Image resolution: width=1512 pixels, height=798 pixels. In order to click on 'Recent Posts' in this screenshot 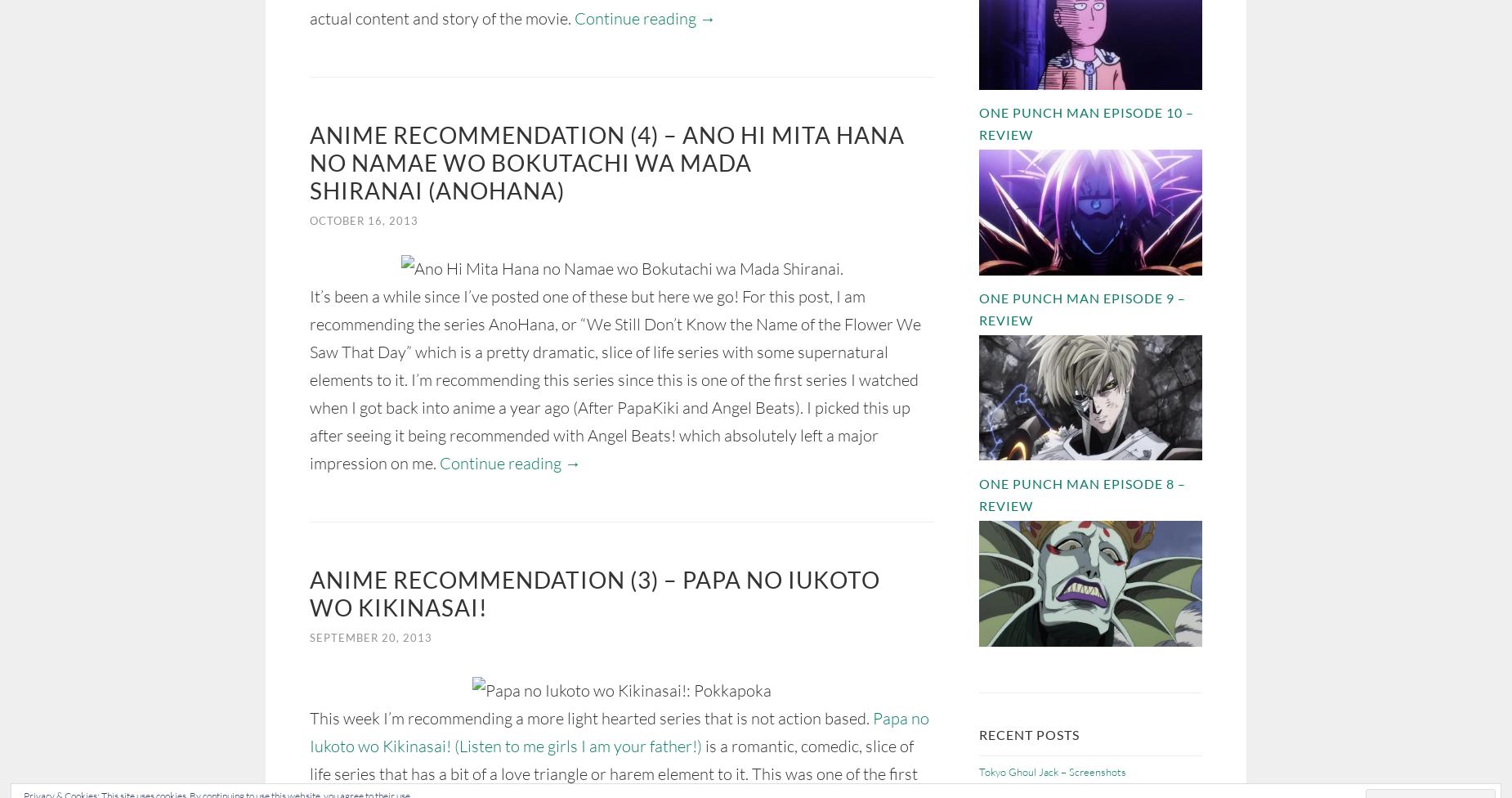, I will do `click(1028, 733)`.